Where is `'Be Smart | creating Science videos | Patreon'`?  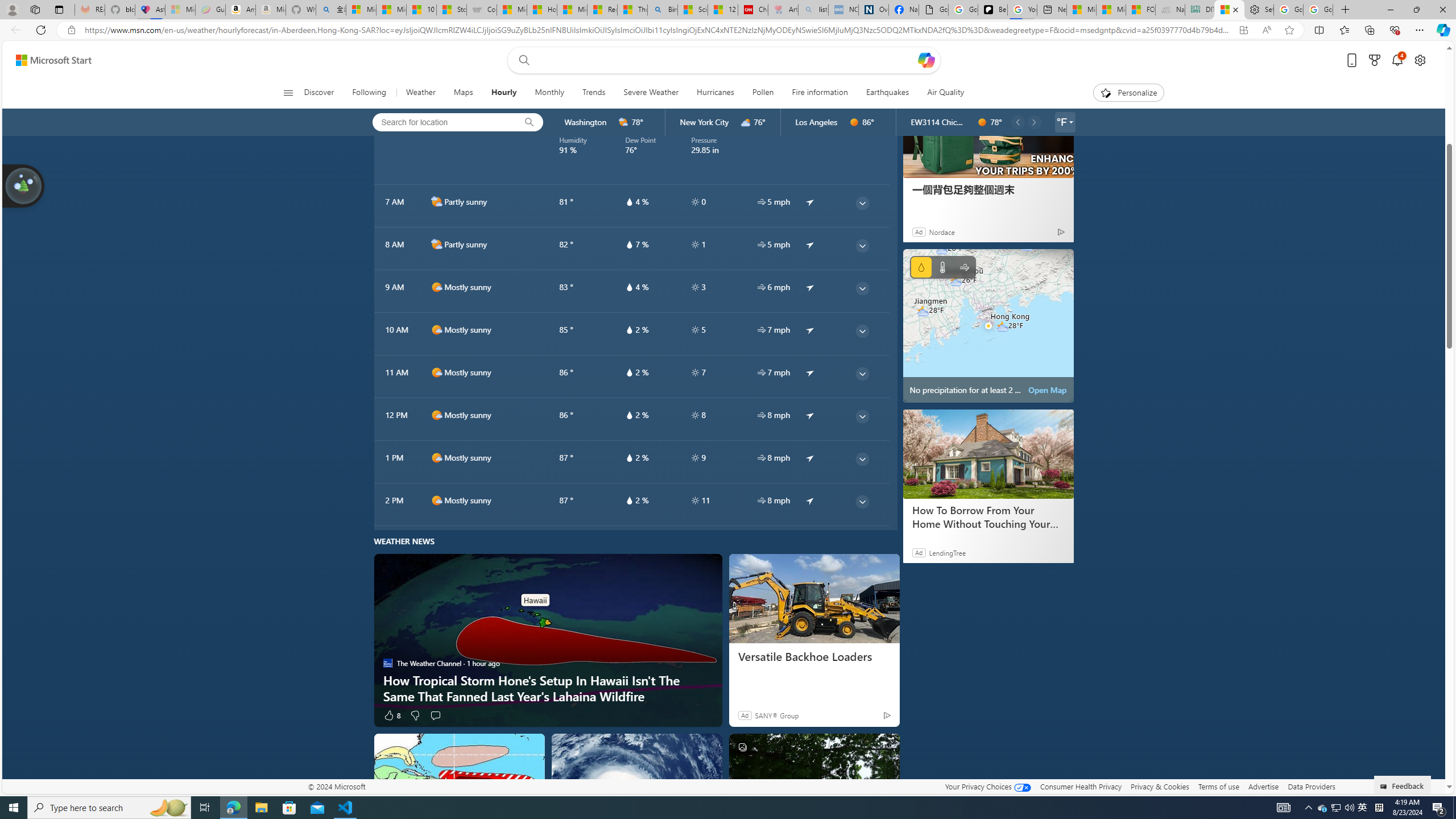 'Be Smart | creating Science videos | Patreon' is located at coordinates (992, 9).